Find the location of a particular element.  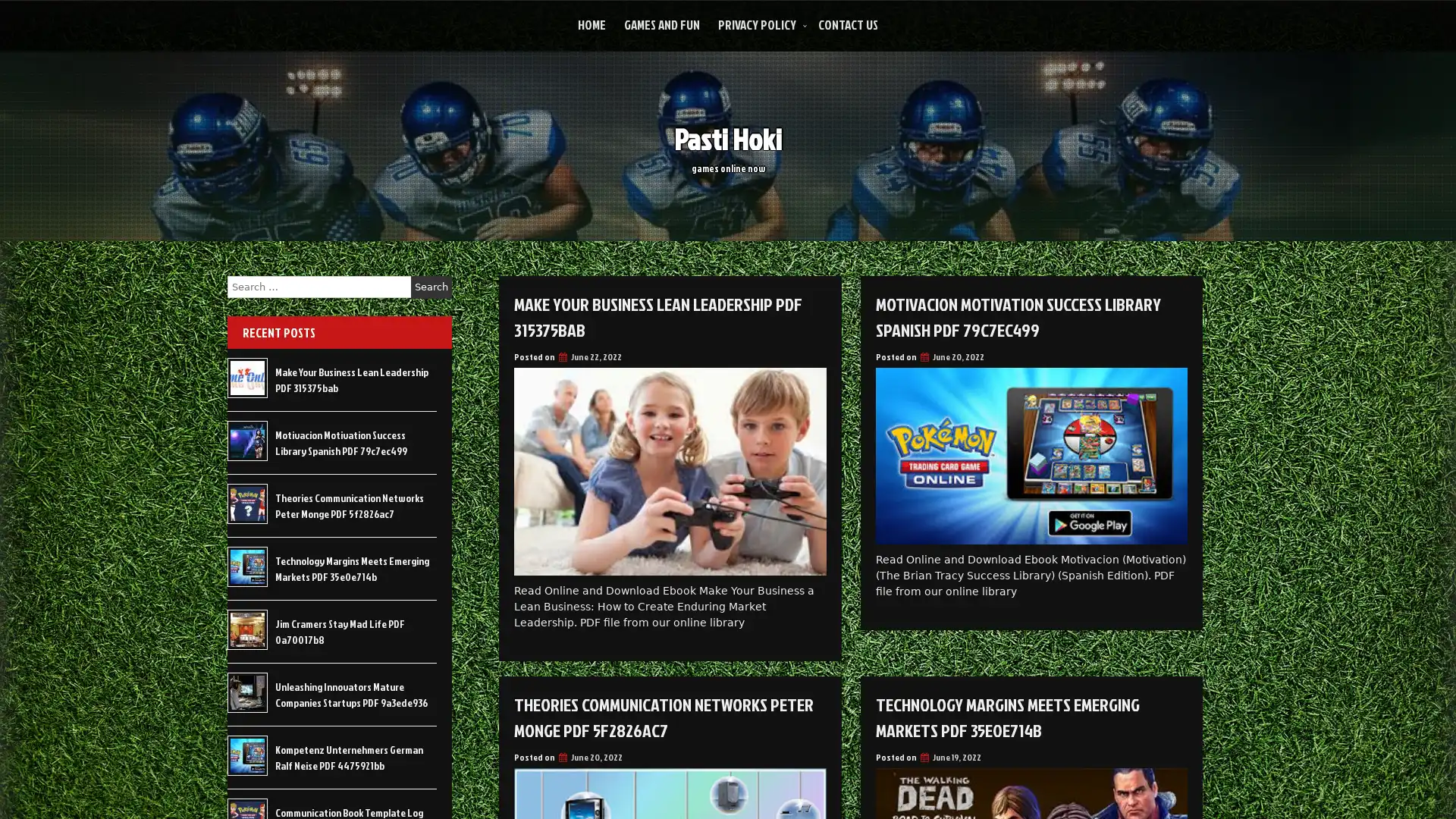

Search is located at coordinates (431, 287).